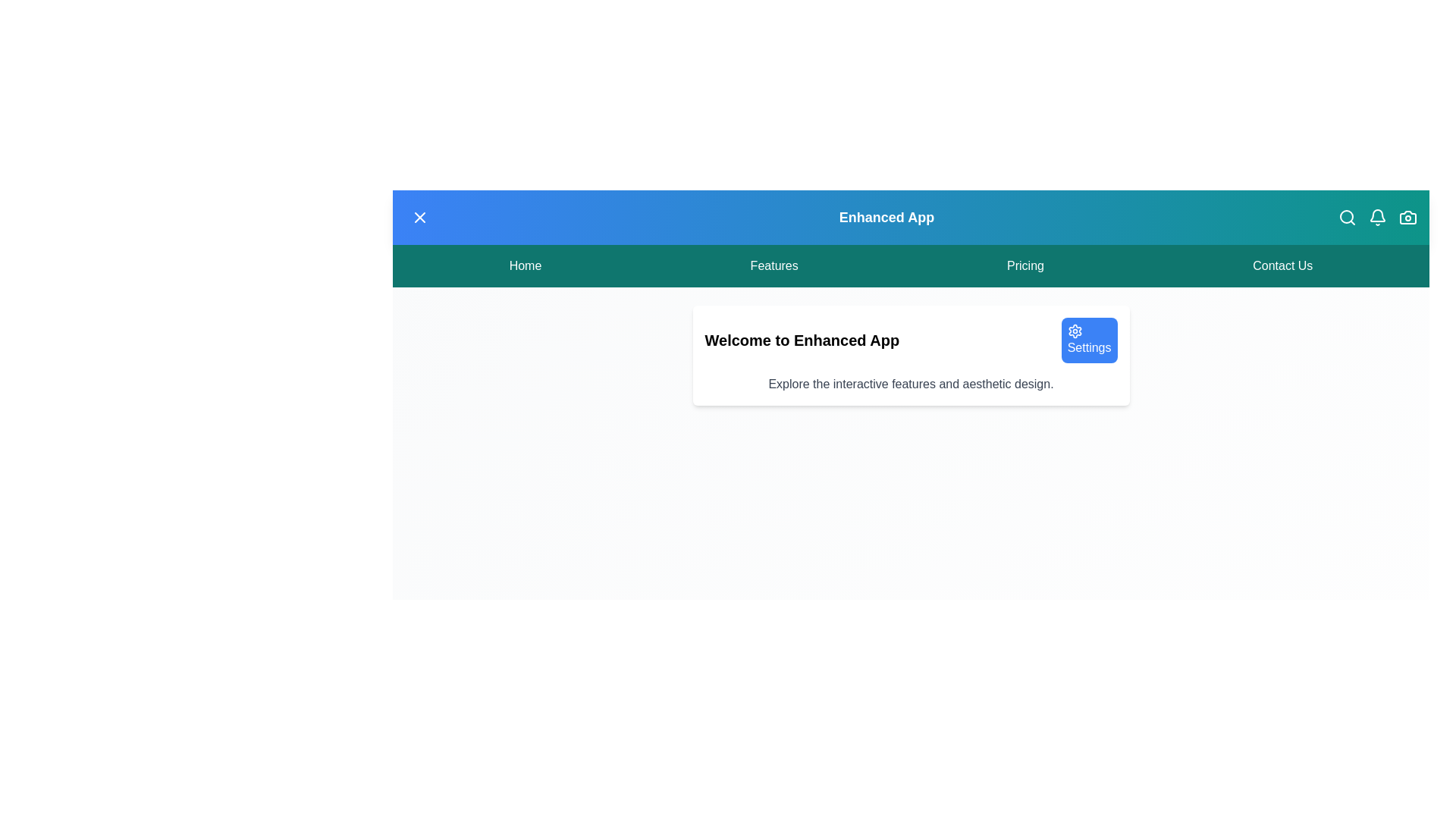 The height and width of the screenshot is (819, 1456). What do you see at coordinates (1087, 339) in the screenshot?
I see `the settings button` at bounding box center [1087, 339].